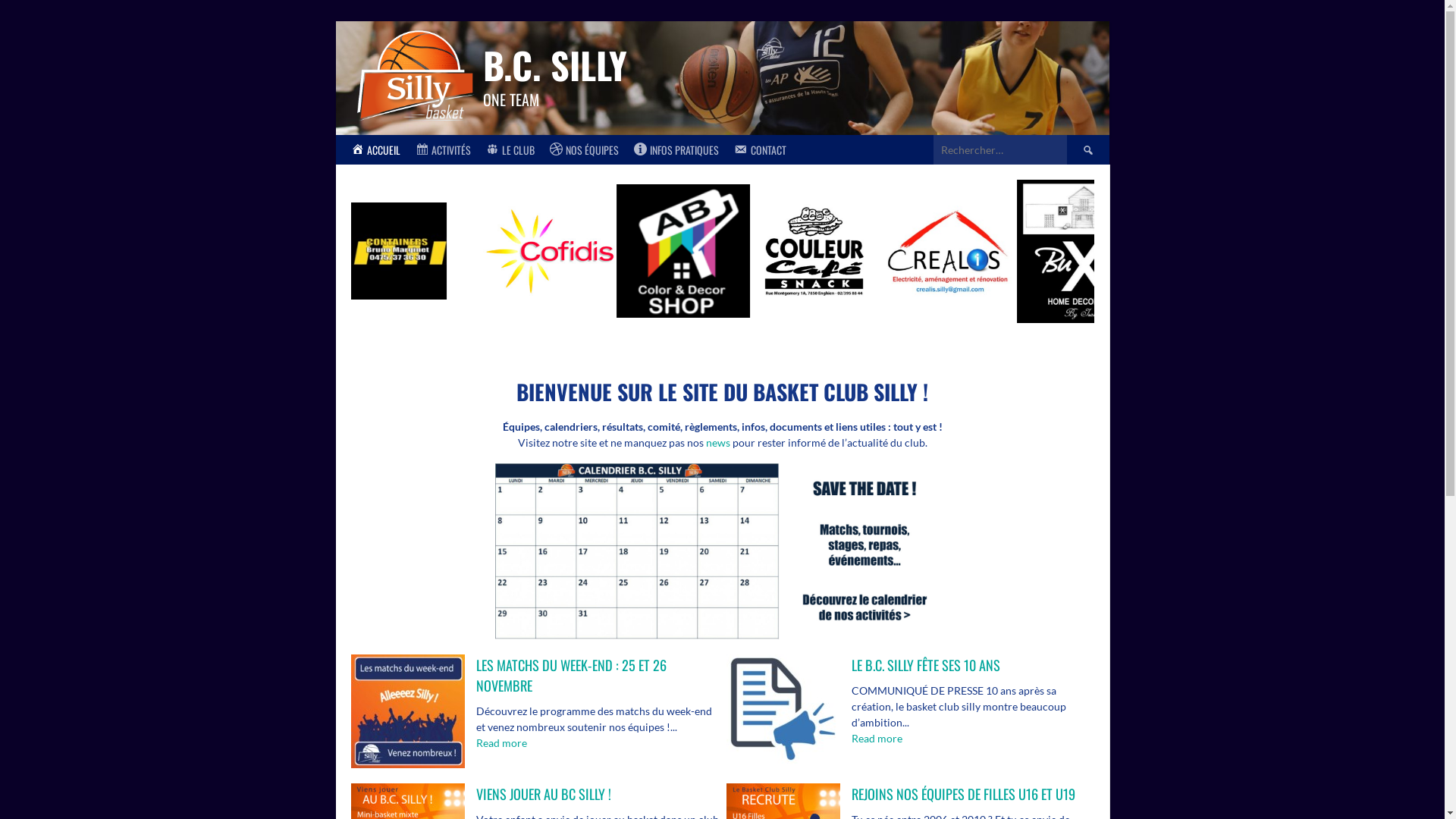  What do you see at coordinates (570, 674) in the screenshot?
I see `'LES MATCHS DU WEEK-END : 25 ET 26 NOVEMBRE'` at bounding box center [570, 674].